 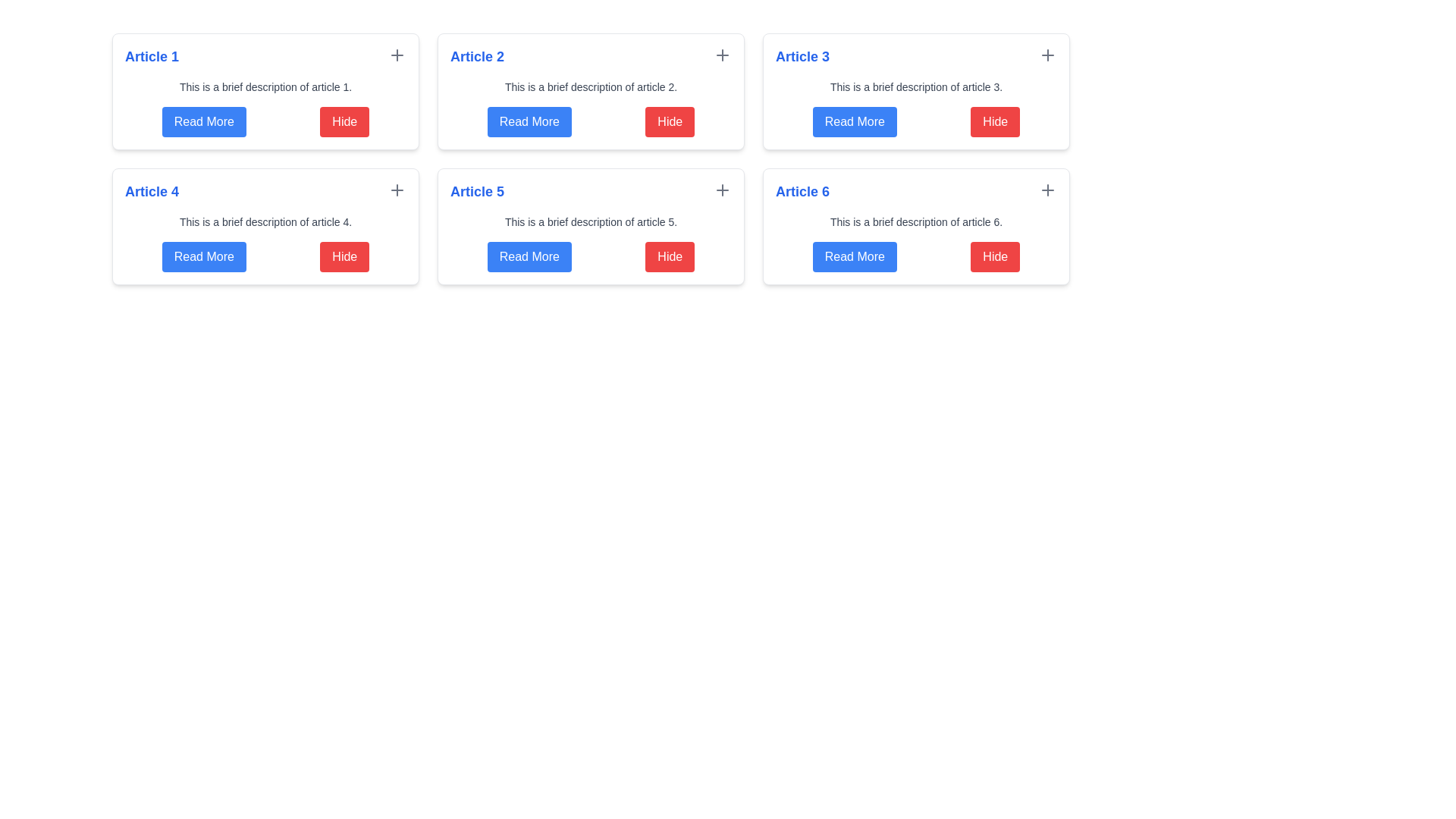 What do you see at coordinates (802, 55) in the screenshot?
I see `the text label displaying 'Article 3', which is styled in bold, large blue font and positioned at the top-left of its card in a grid layout` at bounding box center [802, 55].